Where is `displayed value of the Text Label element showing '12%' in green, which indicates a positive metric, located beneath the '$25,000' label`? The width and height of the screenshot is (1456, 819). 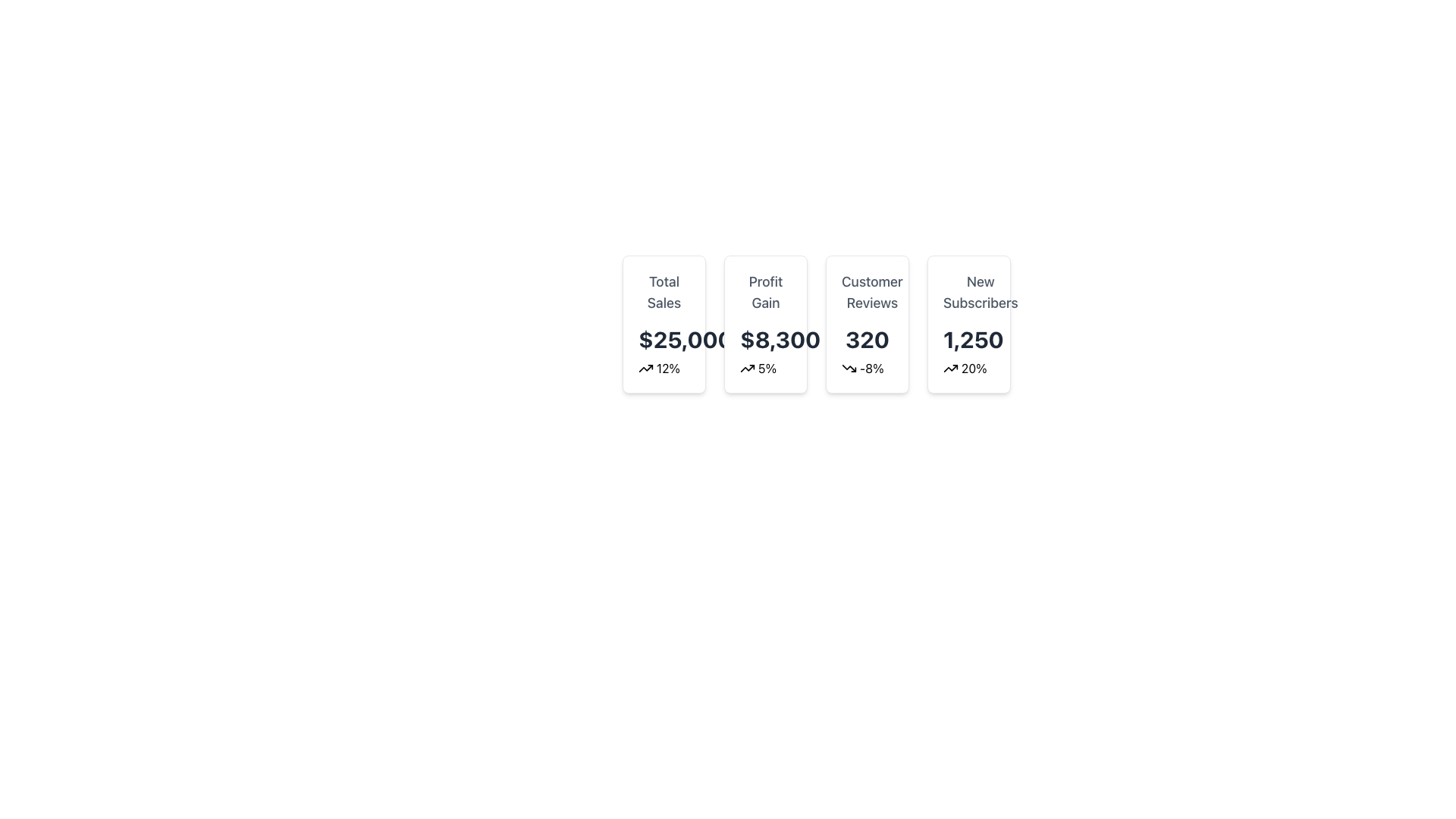
displayed value of the Text Label element showing '12%' in green, which indicates a positive metric, located beneath the '$25,000' label is located at coordinates (667, 369).